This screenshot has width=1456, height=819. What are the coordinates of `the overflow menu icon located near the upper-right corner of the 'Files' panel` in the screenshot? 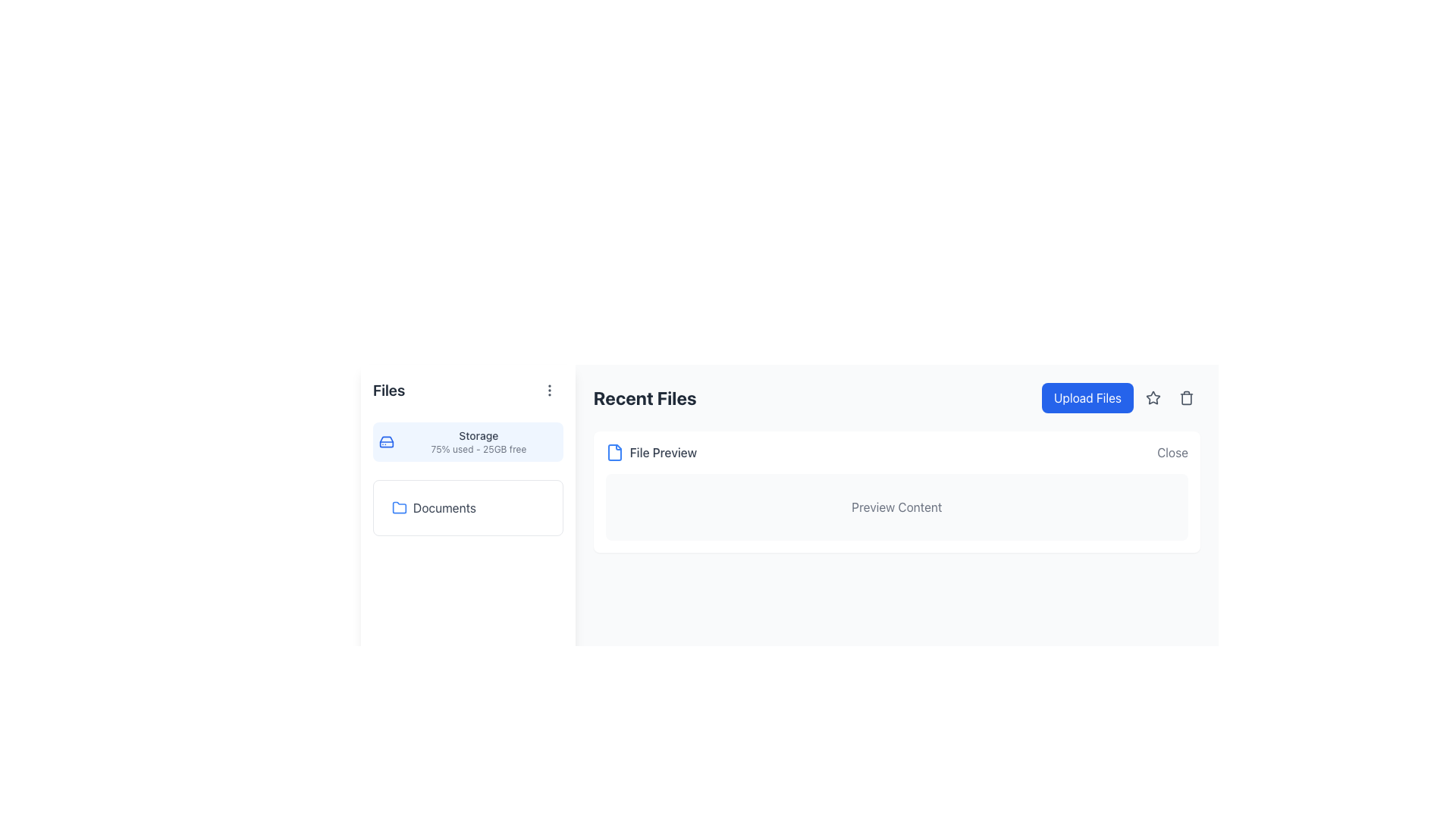 It's located at (548, 390).